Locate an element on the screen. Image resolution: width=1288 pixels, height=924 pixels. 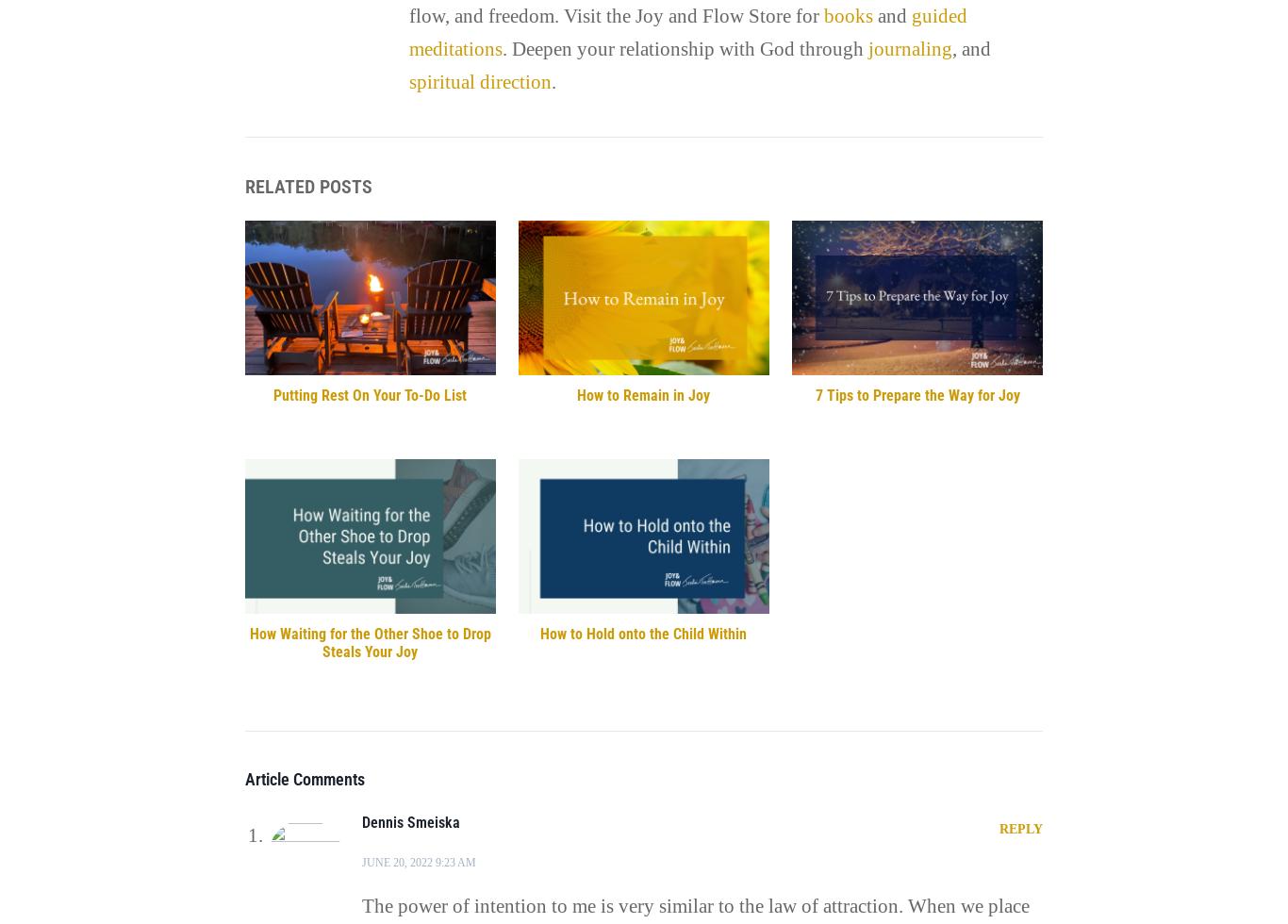
'June 20, 2022 9:23 am' is located at coordinates (417, 861).